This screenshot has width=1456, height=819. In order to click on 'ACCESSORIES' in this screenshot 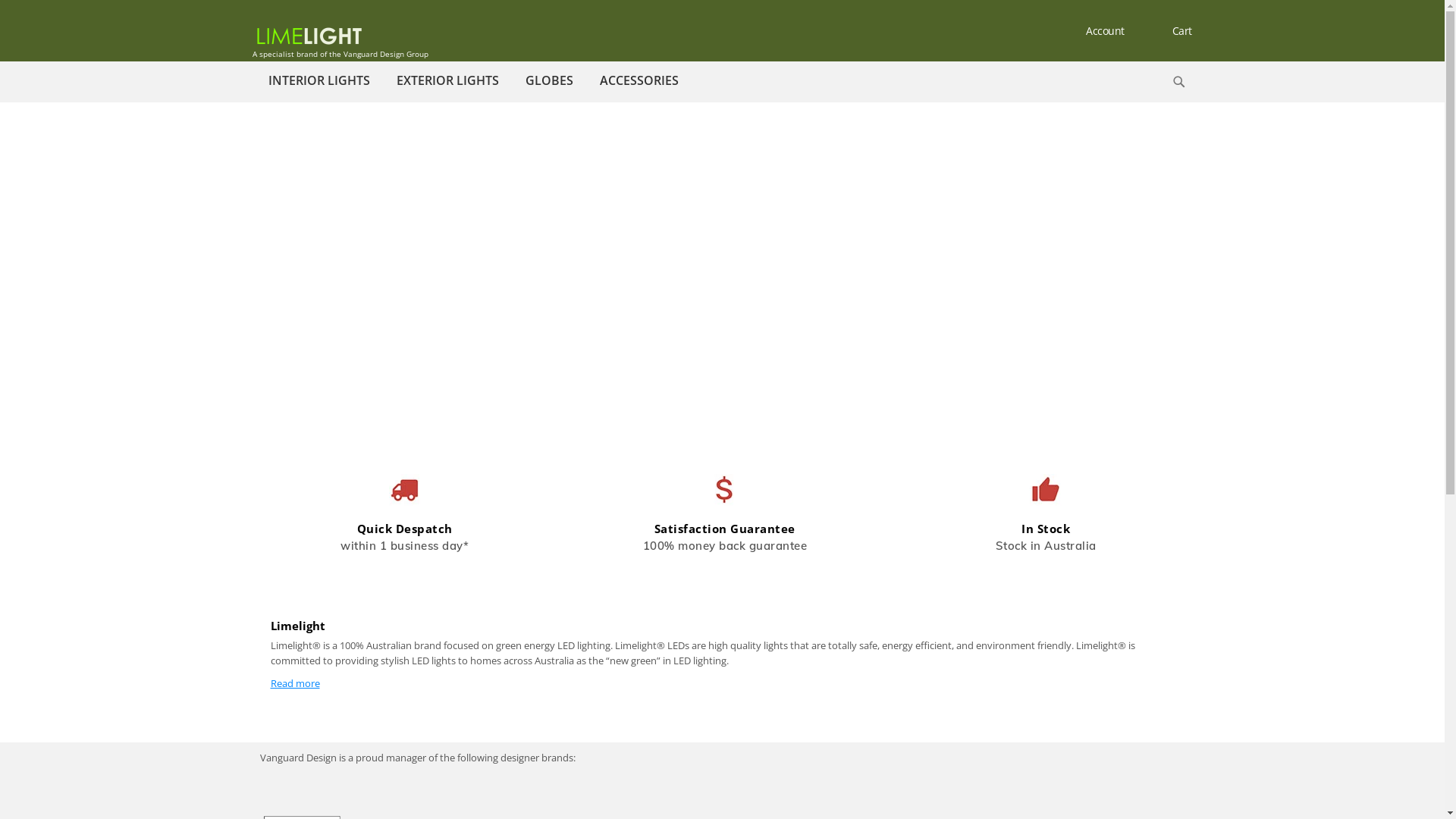, I will do `click(639, 80)`.